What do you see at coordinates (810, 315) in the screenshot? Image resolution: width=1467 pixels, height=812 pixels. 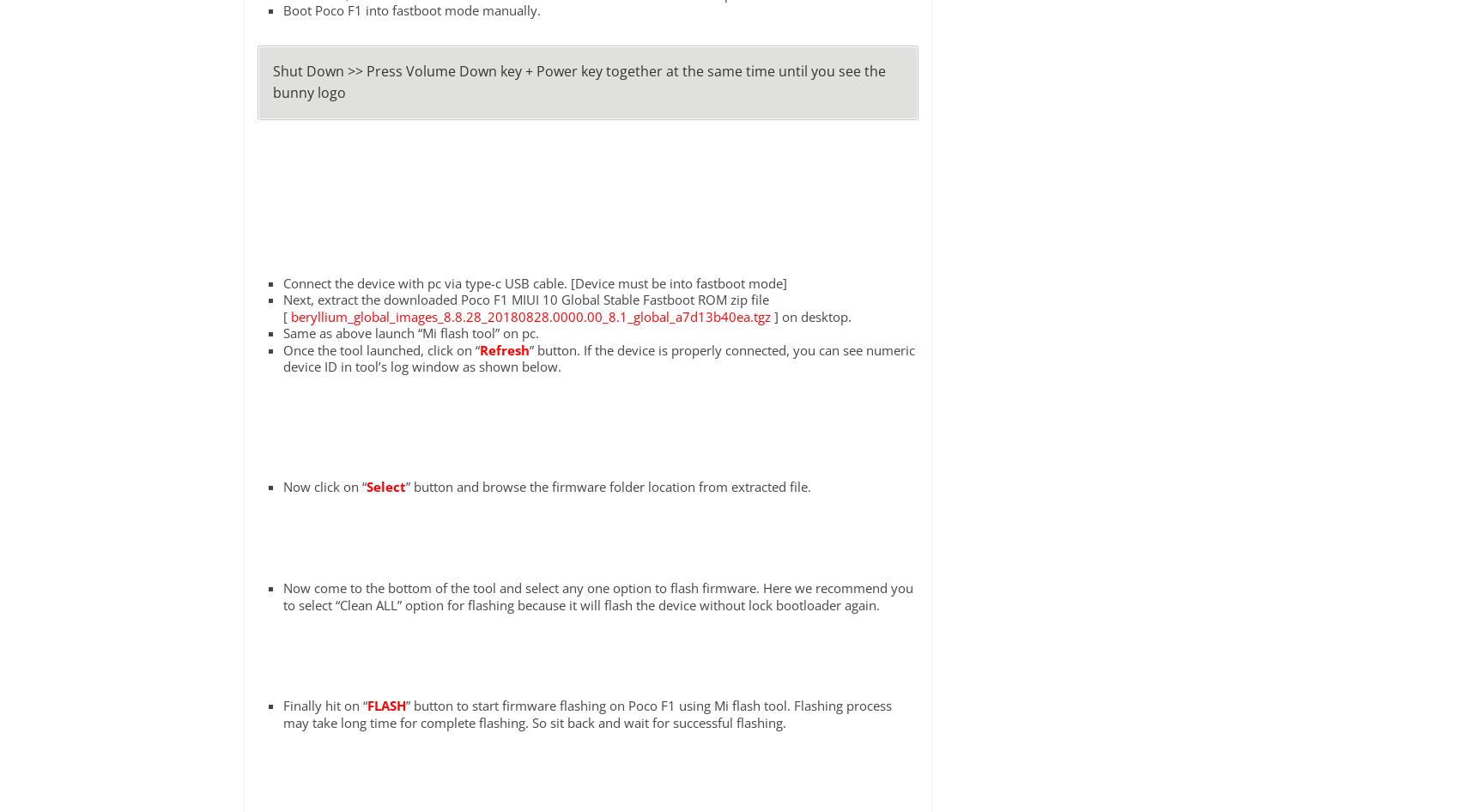 I see `'] on desktop.'` at bounding box center [810, 315].